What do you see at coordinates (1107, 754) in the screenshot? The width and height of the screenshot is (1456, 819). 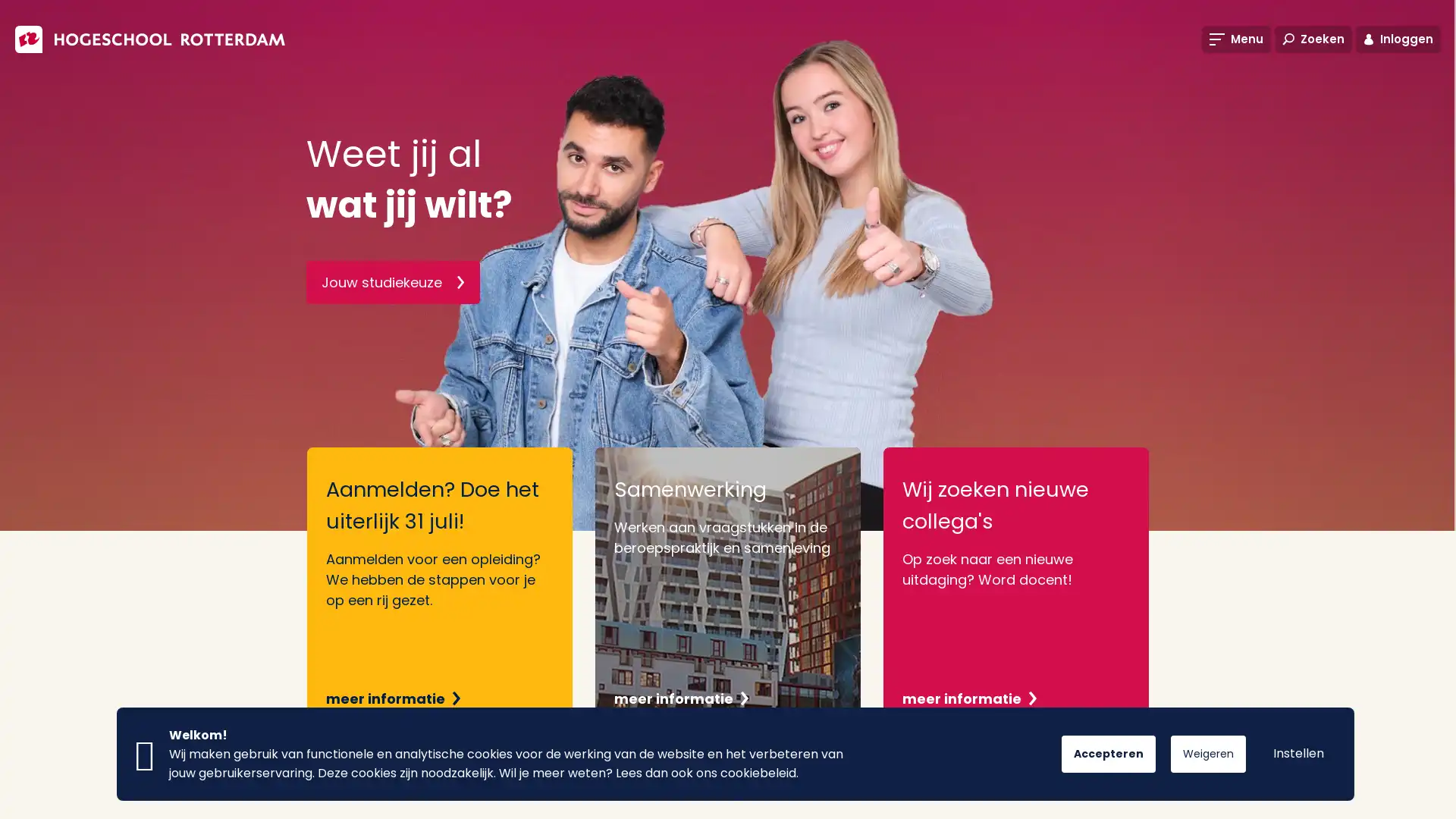 I see `Accepteren` at bounding box center [1107, 754].